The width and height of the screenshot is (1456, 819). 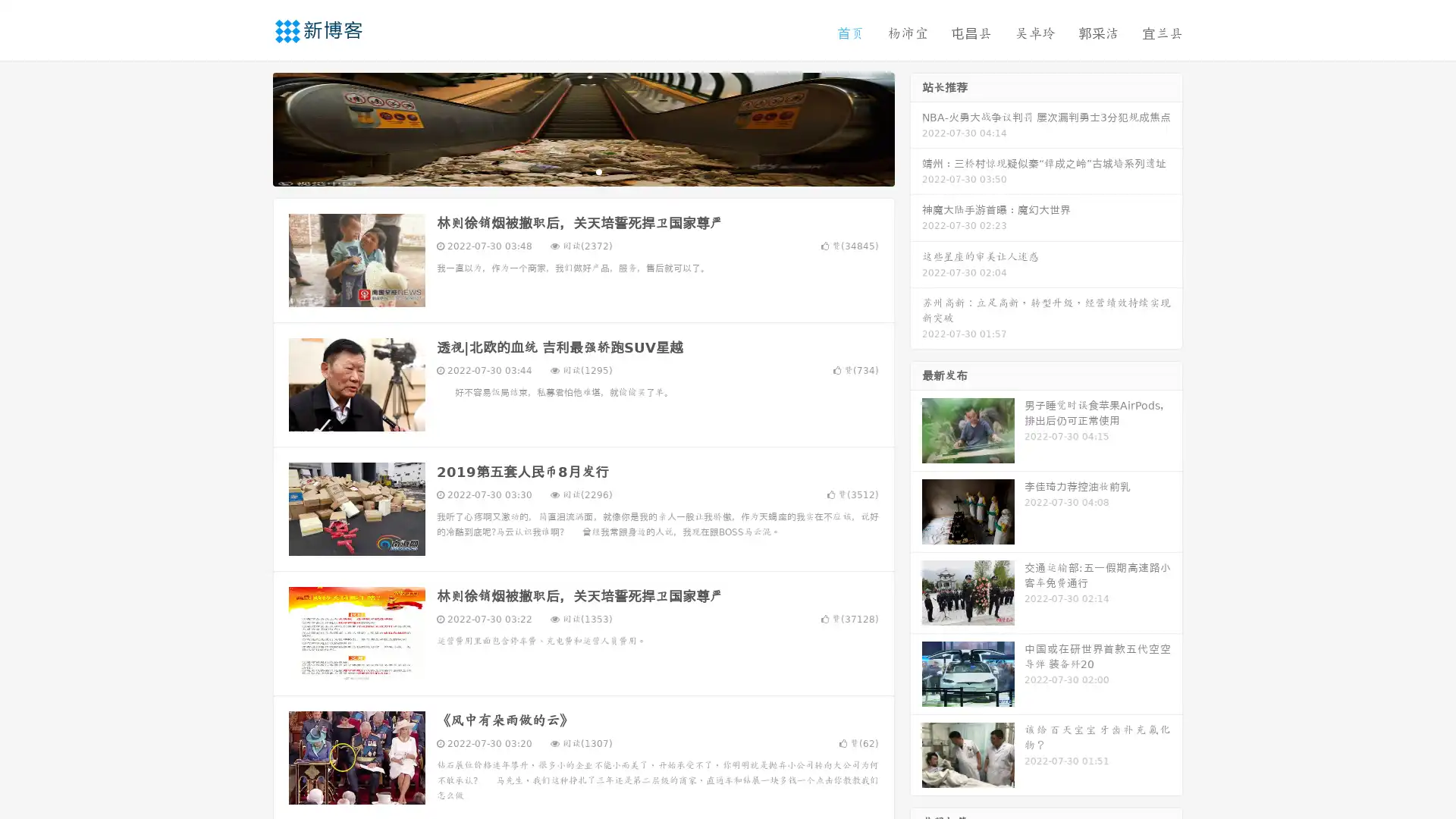 What do you see at coordinates (916, 127) in the screenshot?
I see `Next slide` at bounding box center [916, 127].